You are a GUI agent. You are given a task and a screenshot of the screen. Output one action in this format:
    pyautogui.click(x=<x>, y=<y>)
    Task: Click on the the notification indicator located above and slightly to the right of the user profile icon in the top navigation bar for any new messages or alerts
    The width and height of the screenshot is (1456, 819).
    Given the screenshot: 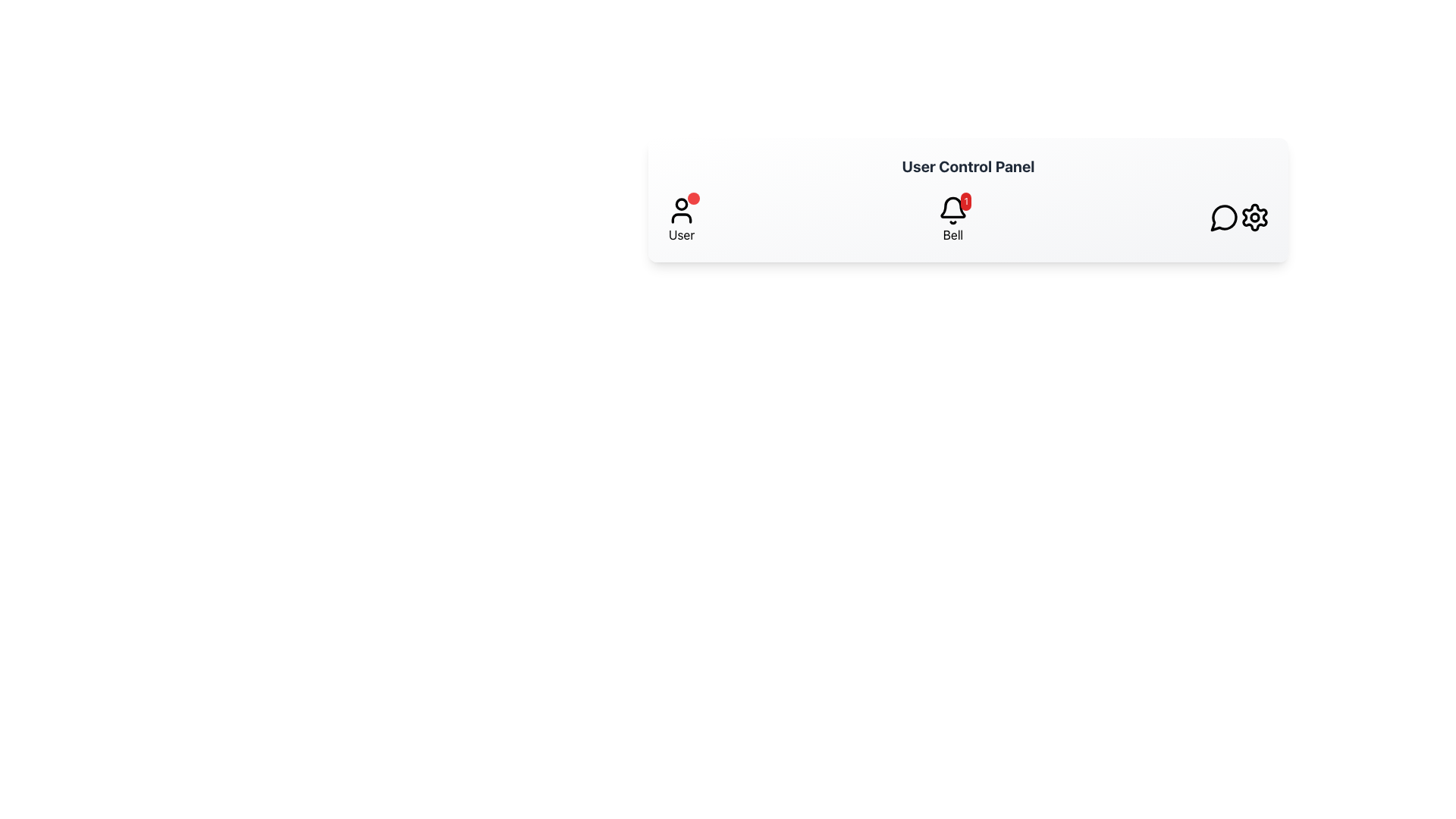 What is the action you would take?
    pyautogui.click(x=680, y=203)
    